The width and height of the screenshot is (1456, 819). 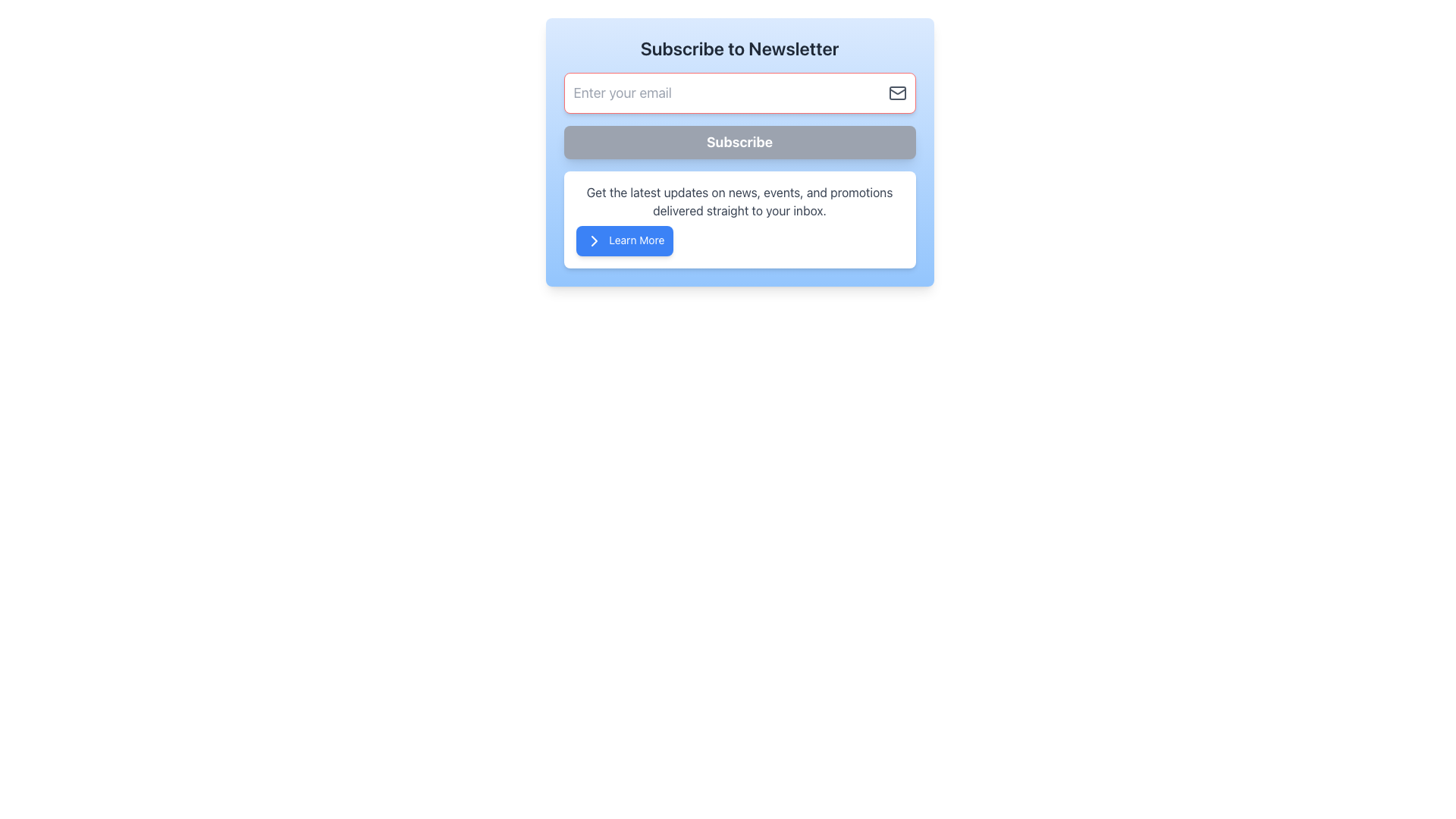 I want to click on the 'Subscribe' button, which is visually distinct with white bold text on a light gray background, located below the 'Enter your email' input box, so click(x=739, y=152).